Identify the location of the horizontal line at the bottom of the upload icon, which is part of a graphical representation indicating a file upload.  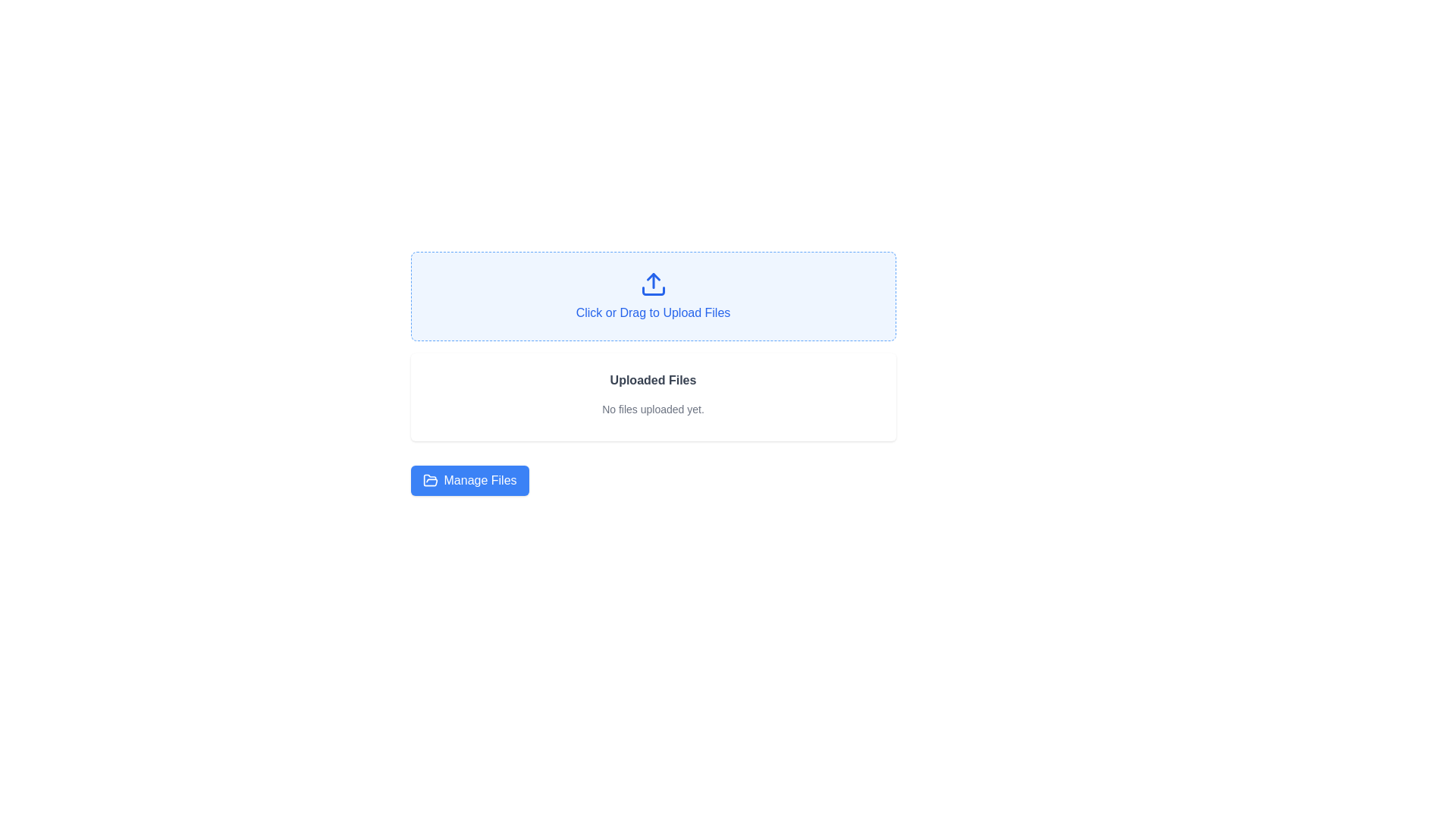
(653, 291).